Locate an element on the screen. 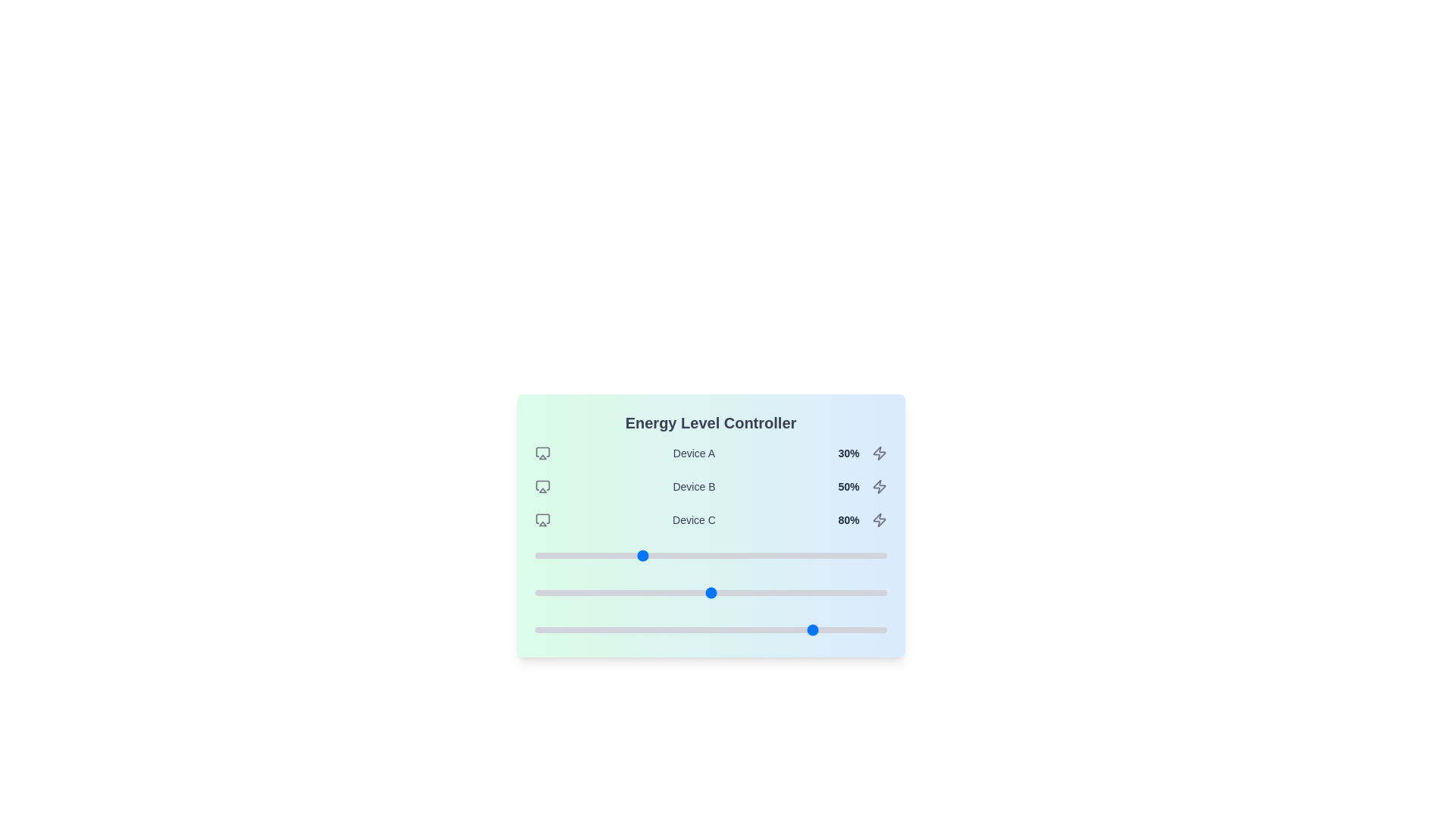 This screenshot has width=1456, height=819. the slider for Device B to set its energy level to 49% is located at coordinates (706, 592).